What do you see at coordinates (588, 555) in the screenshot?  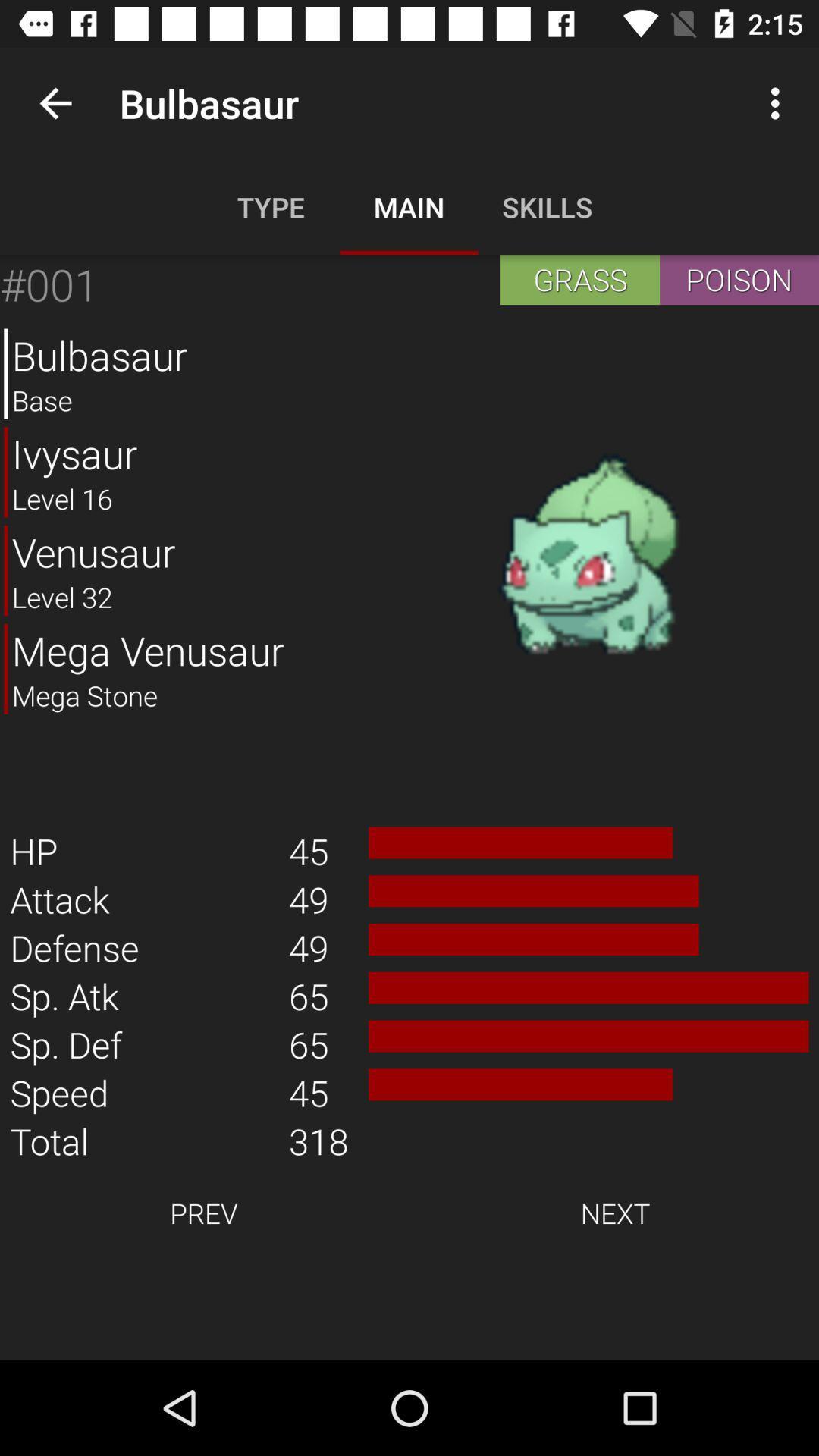 I see `the icon to the right of the bulbasaur item` at bounding box center [588, 555].